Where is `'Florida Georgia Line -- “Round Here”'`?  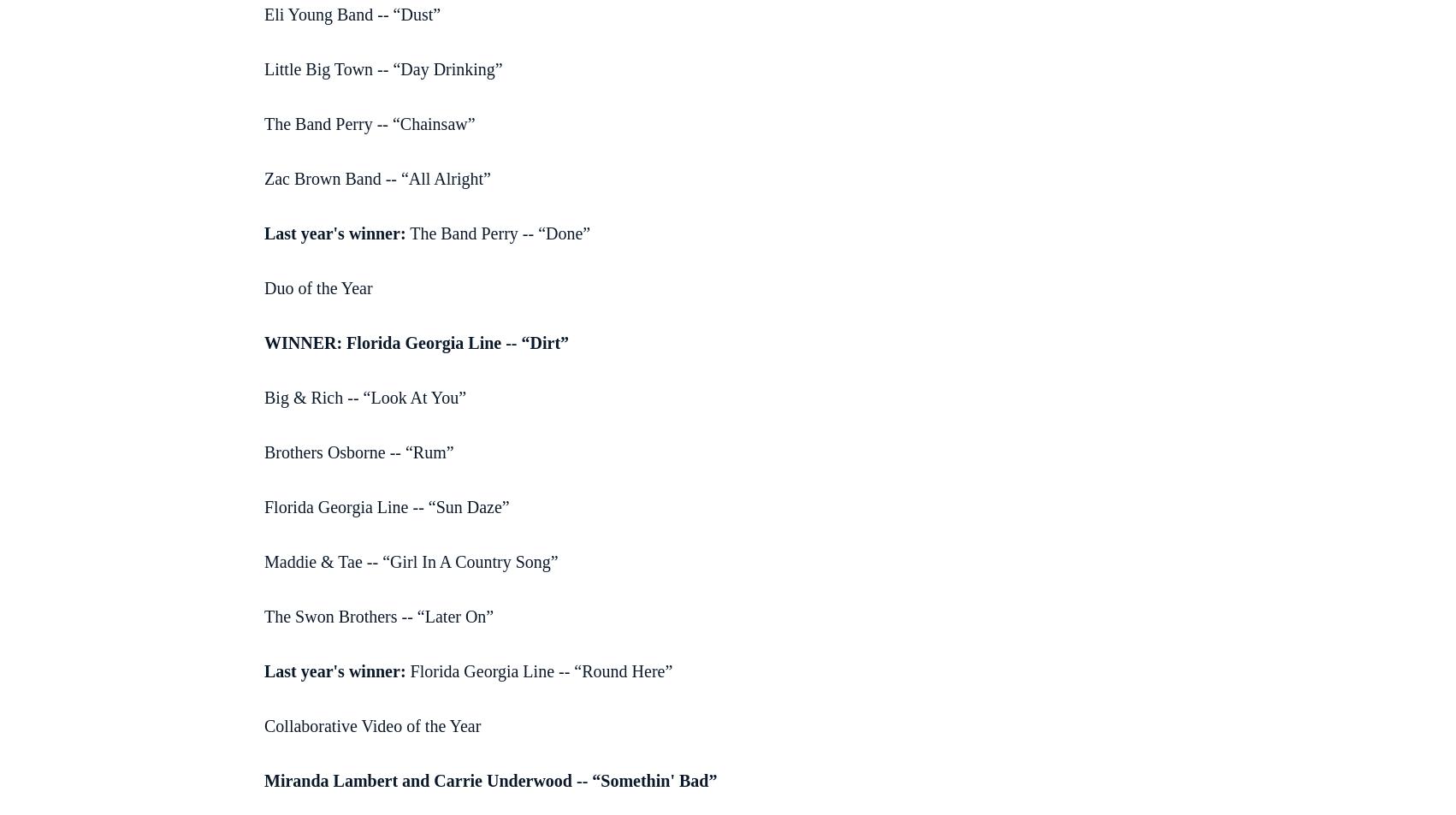 'Florida Georgia Line -- “Round Here”' is located at coordinates (539, 670).